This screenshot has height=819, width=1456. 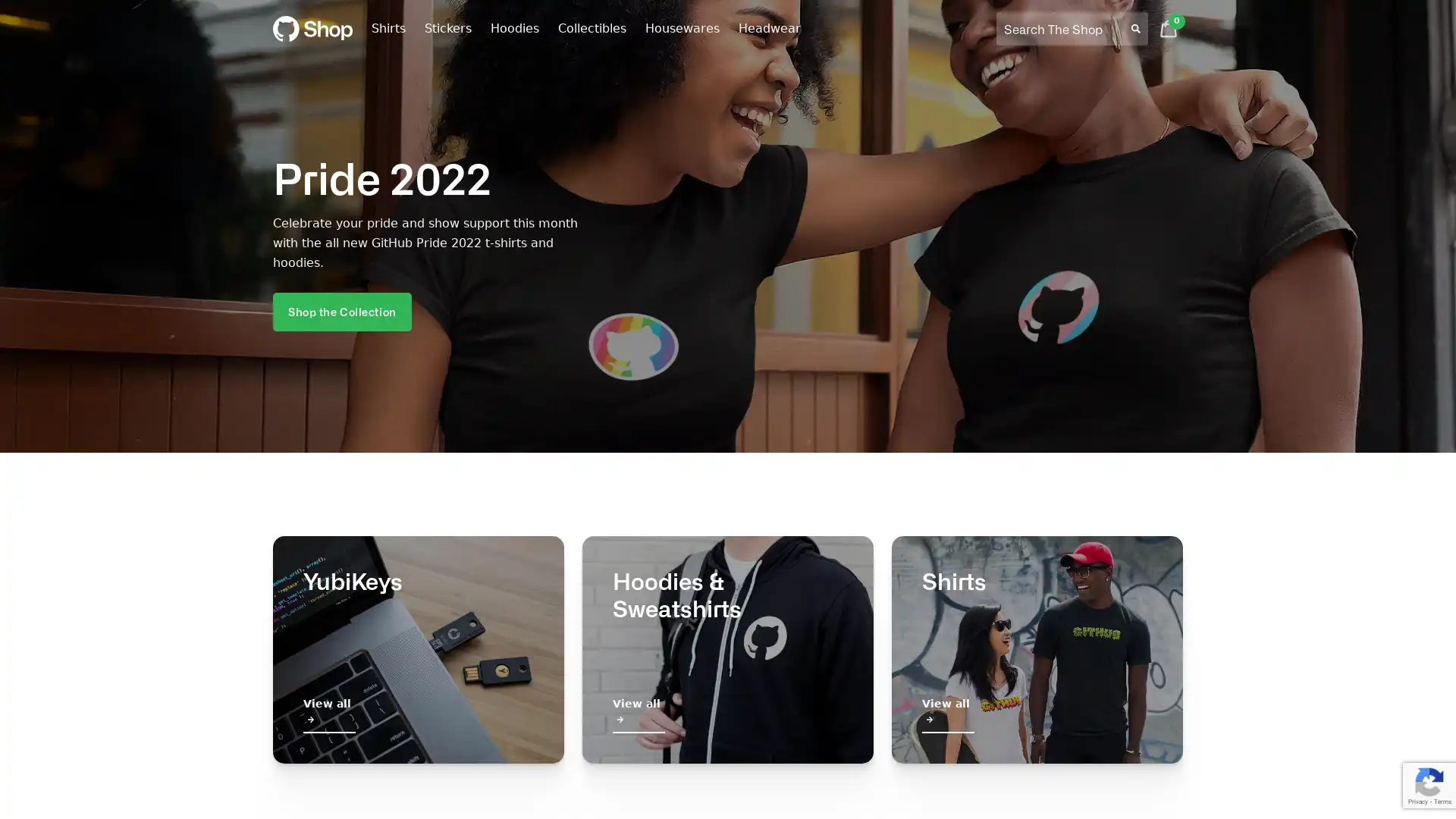 What do you see at coordinates (341, 310) in the screenshot?
I see `Shop the Collection` at bounding box center [341, 310].